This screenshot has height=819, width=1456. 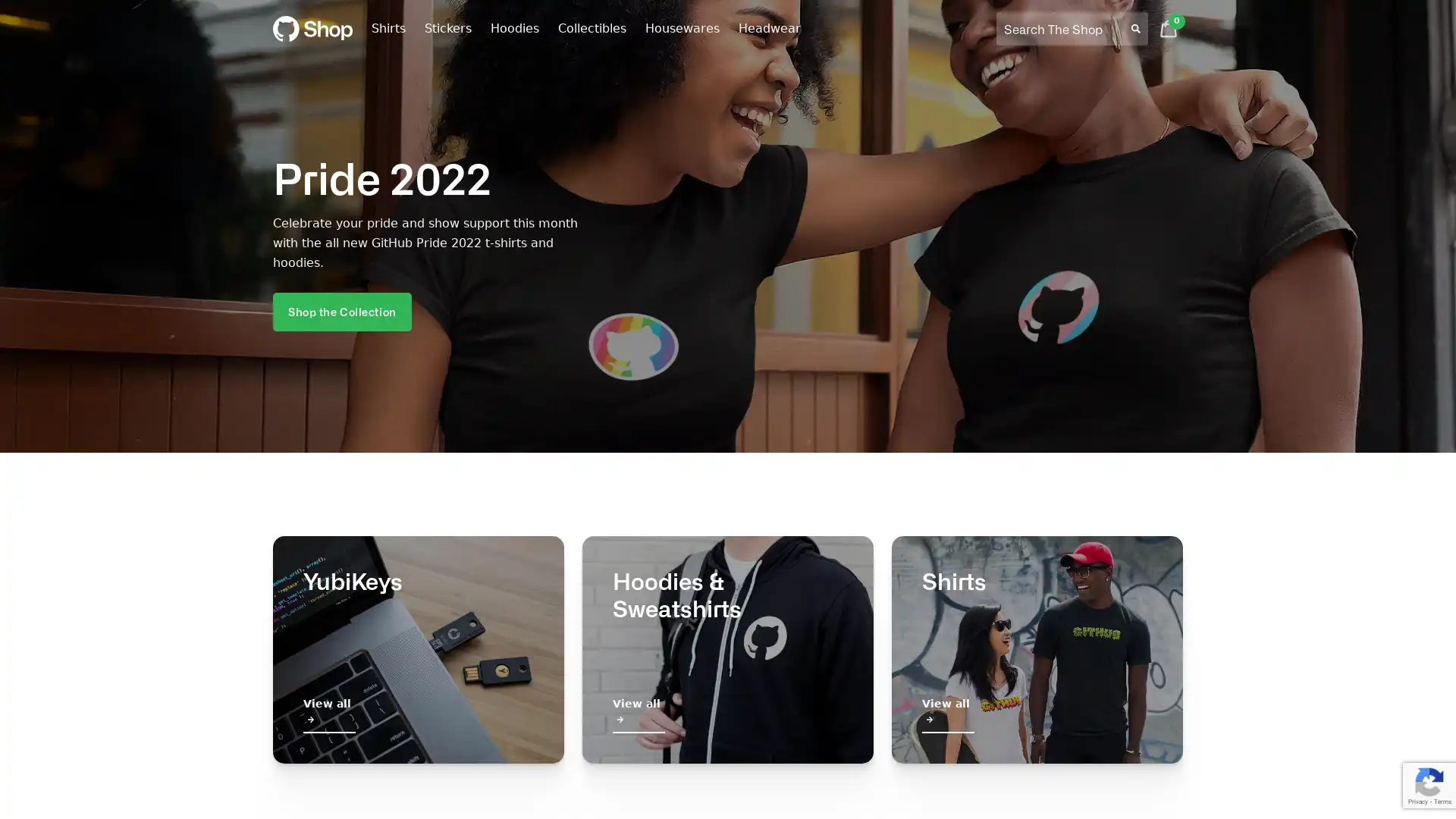 What do you see at coordinates (341, 310) in the screenshot?
I see `Shop the Collection` at bounding box center [341, 310].